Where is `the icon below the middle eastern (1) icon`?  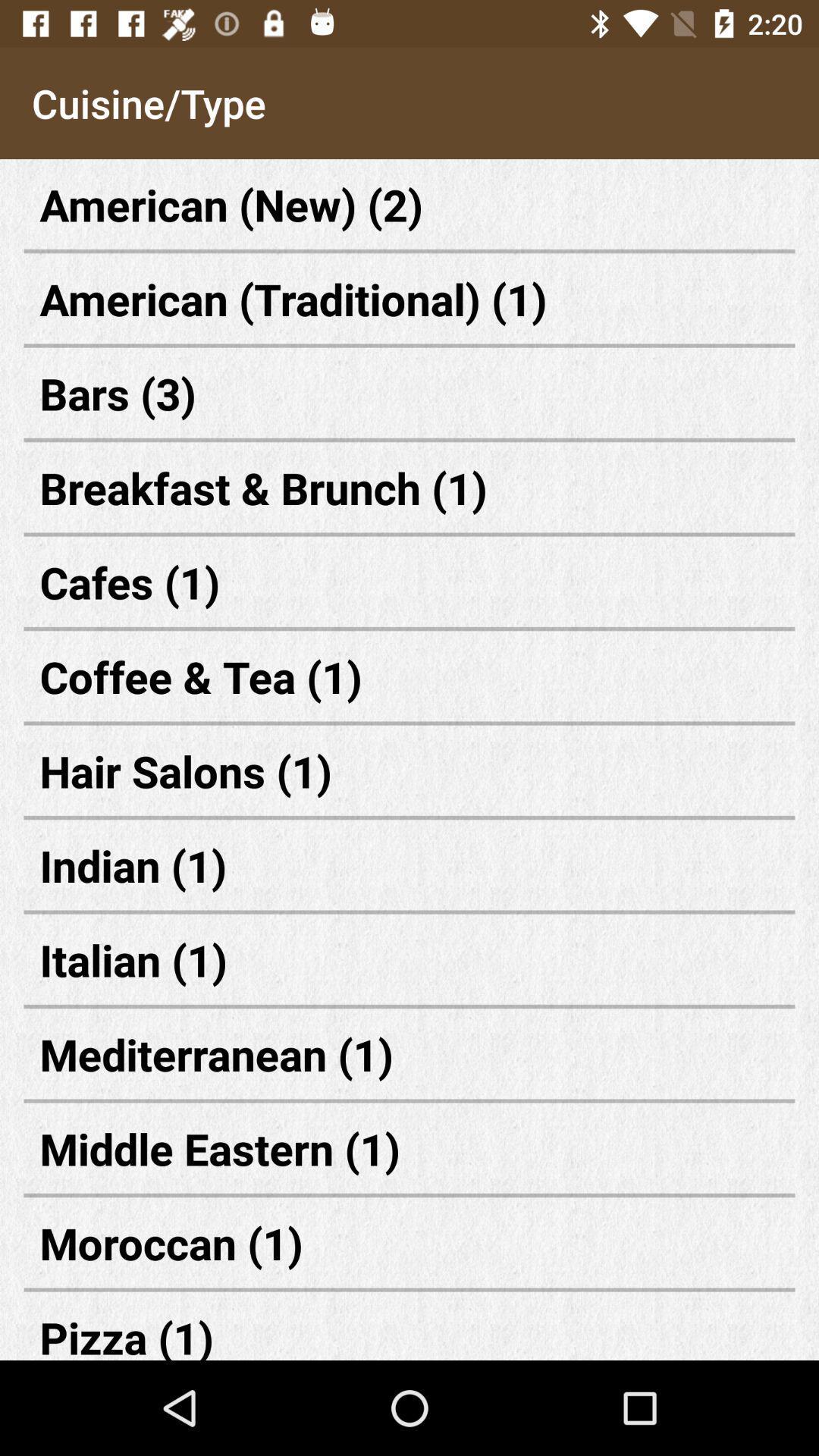
the icon below the middle eastern (1) icon is located at coordinates (409, 1243).